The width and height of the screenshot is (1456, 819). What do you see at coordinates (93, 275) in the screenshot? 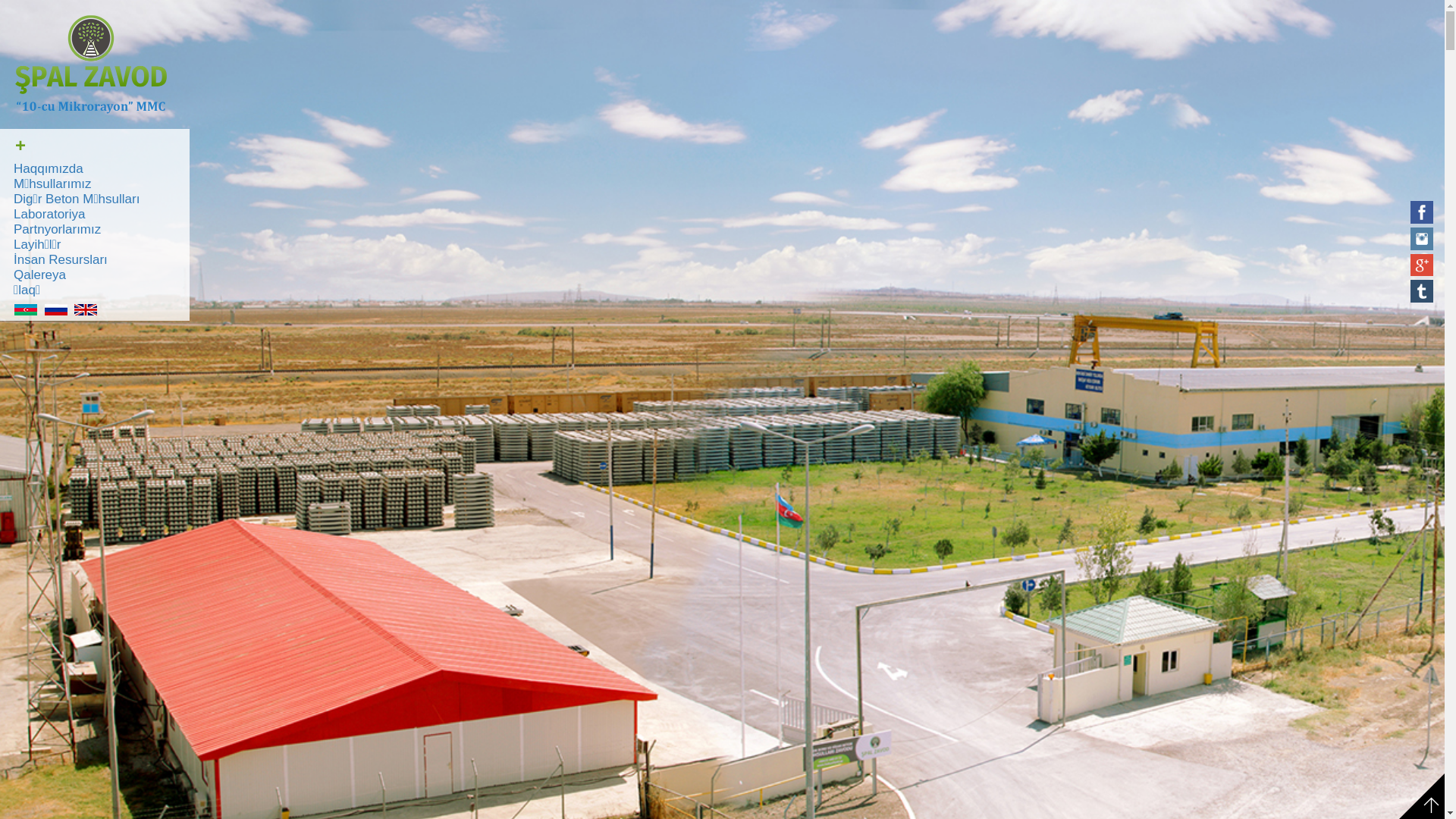
I see `'Qalereya'` at bounding box center [93, 275].